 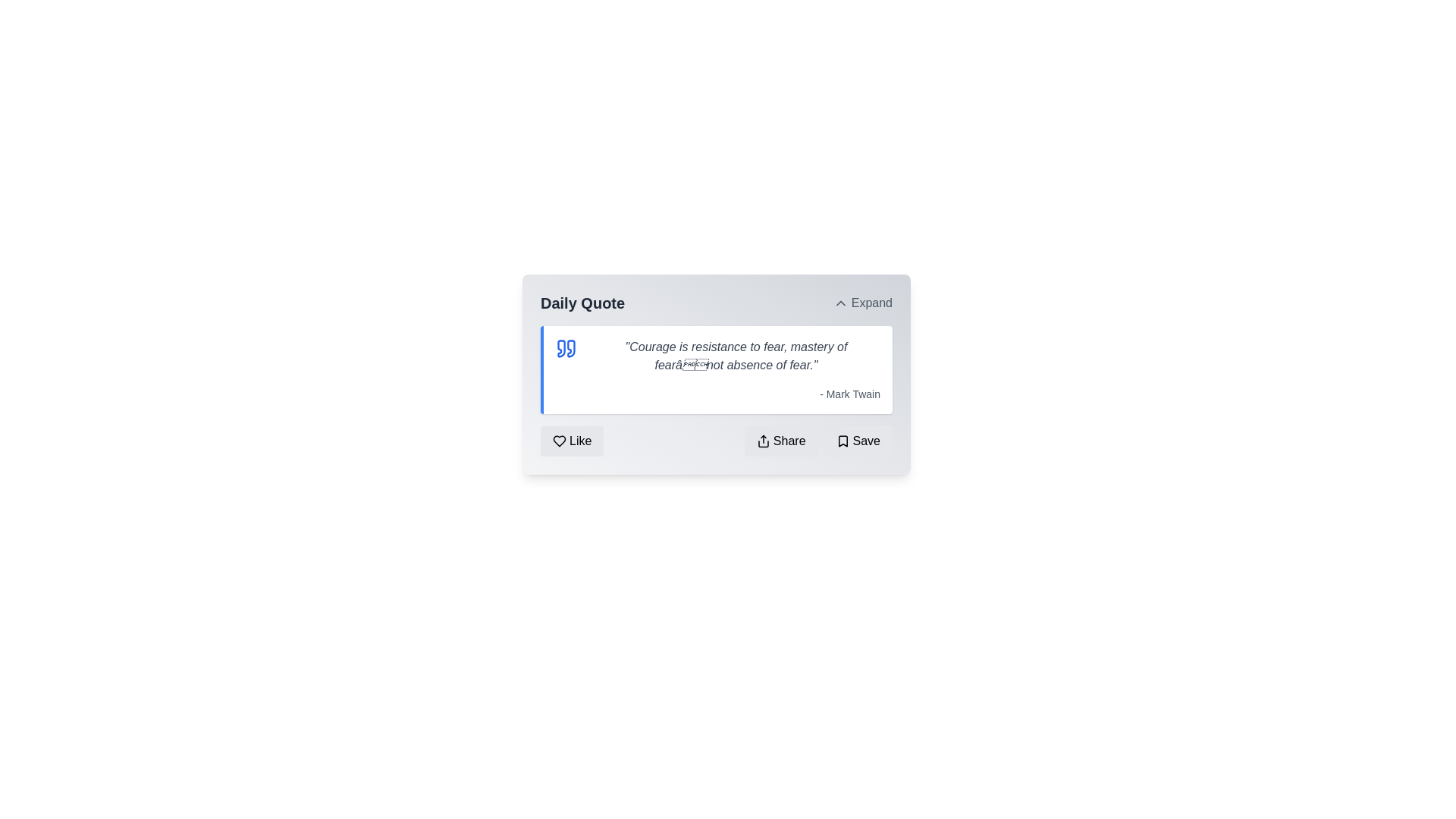 I want to click on the 'Save' button with a bookmark icon, so click(x=858, y=441).